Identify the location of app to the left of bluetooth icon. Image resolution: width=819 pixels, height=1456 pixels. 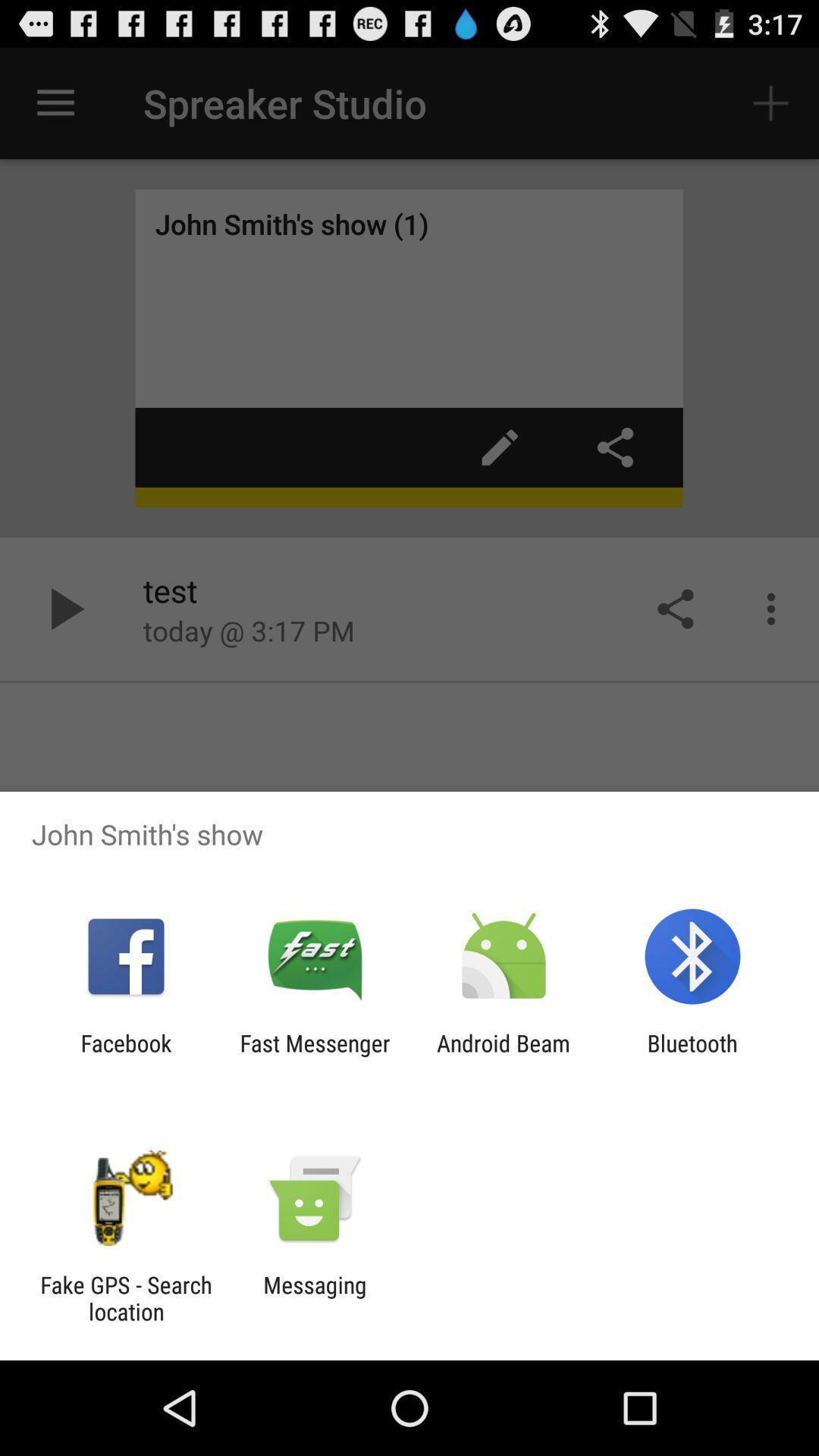
(504, 1056).